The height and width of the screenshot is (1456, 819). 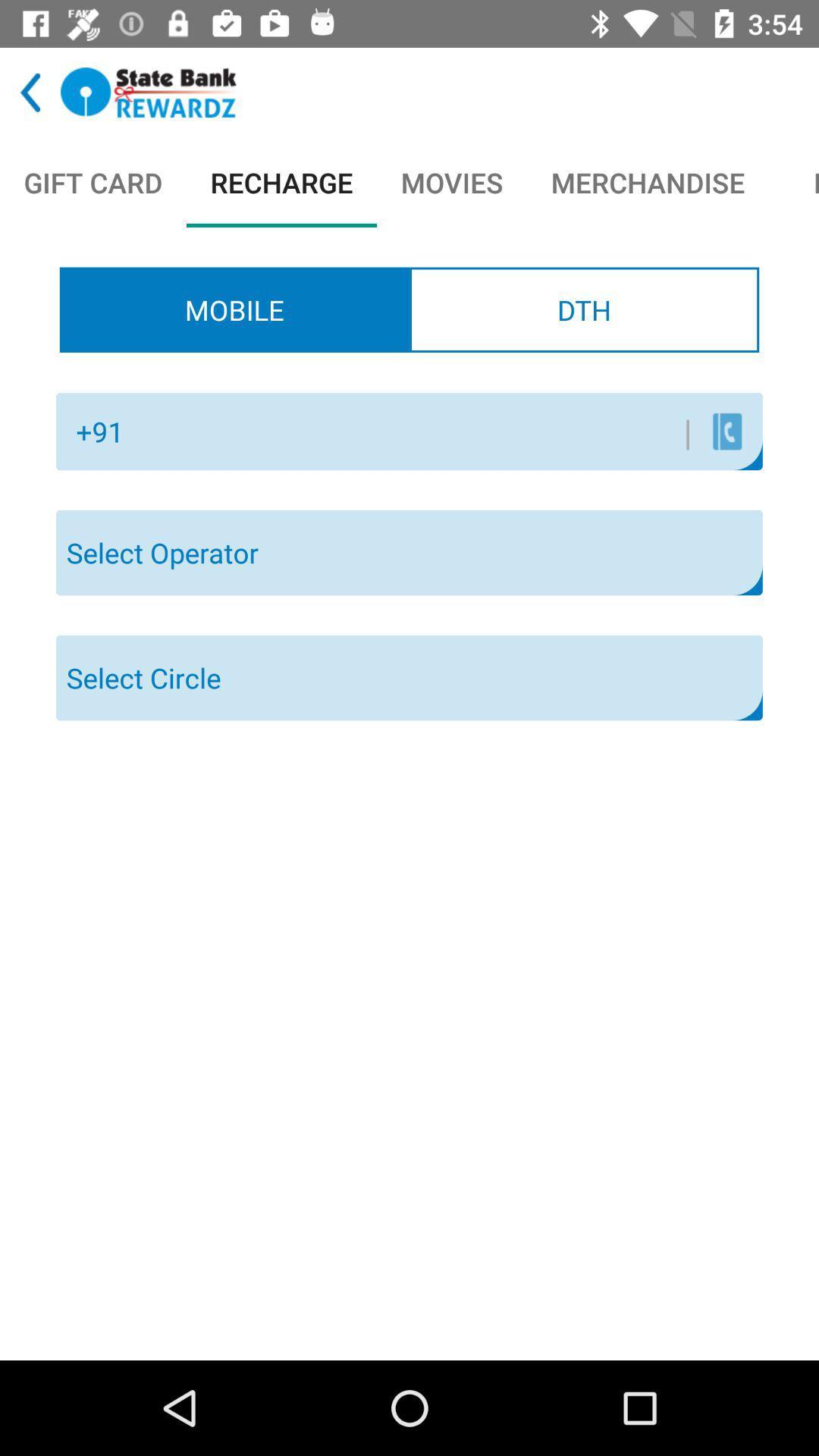 What do you see at coordinates (726, 431) in the screenshot?
I see `the contact icon under dth beside text field` at bounding box center [726, 431].